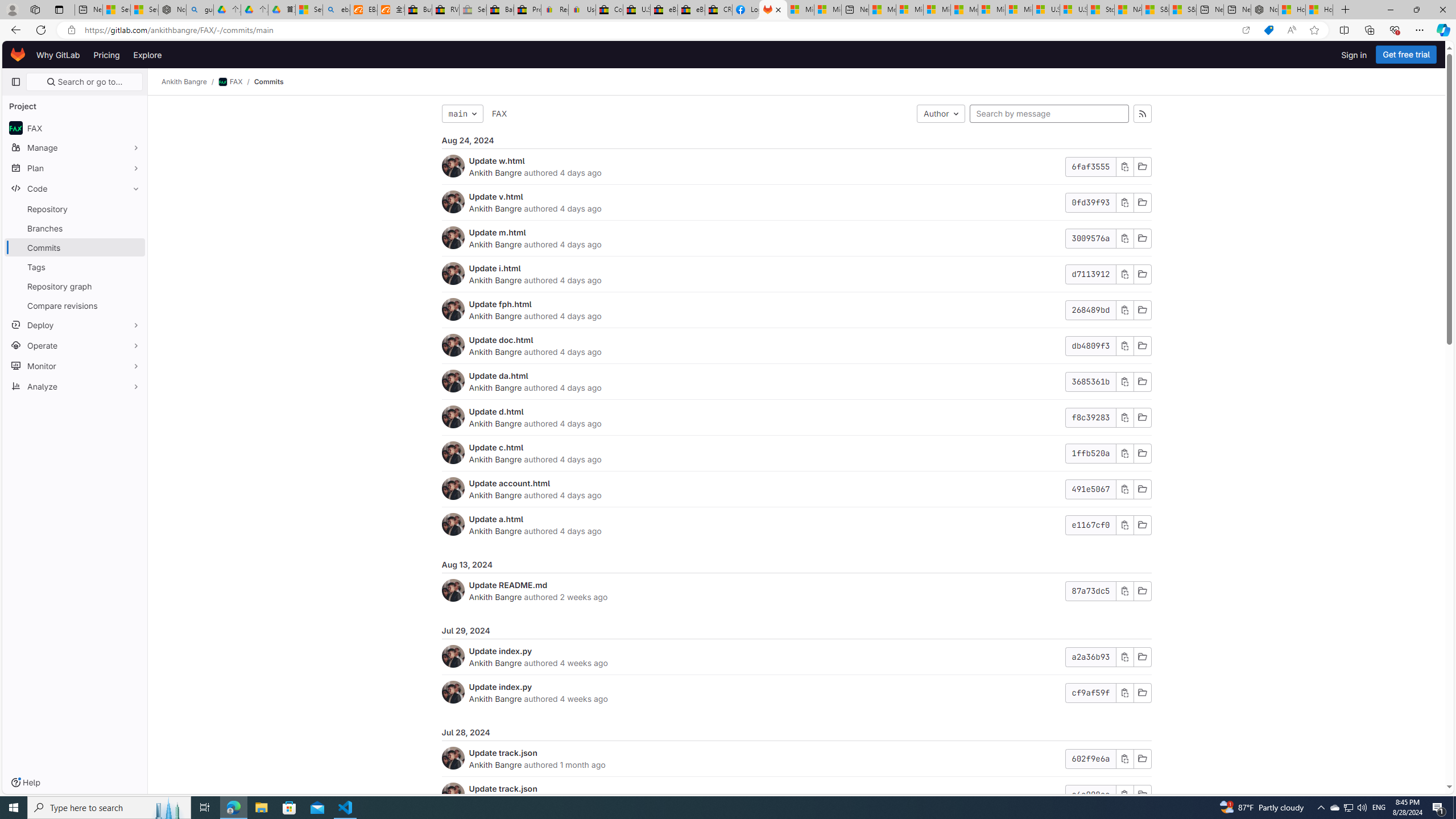  Describe the element at coordinates (74, 344) in the screenshot. I see `'Operate'` at that location.